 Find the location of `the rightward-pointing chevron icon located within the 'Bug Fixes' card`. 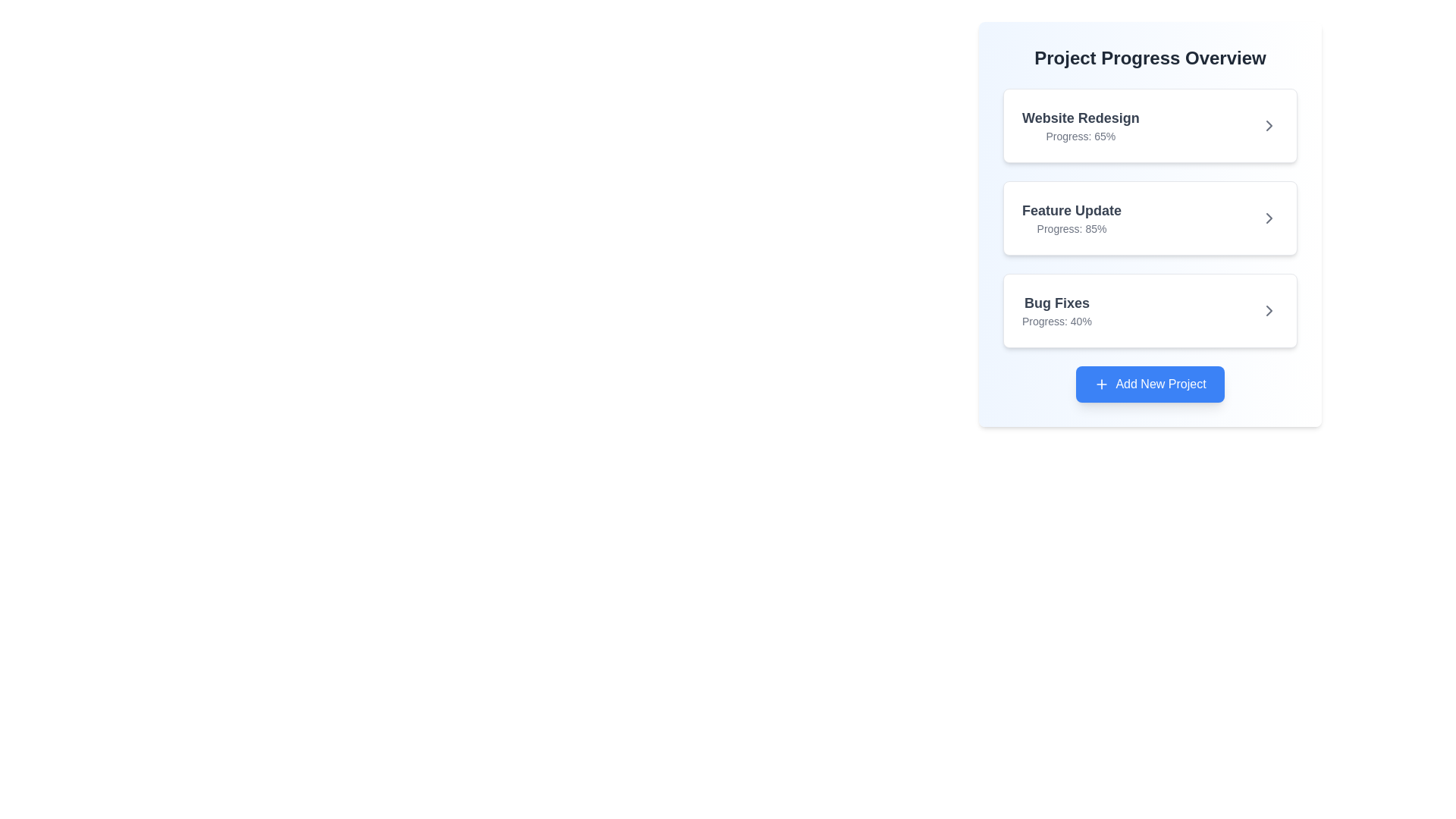

the rightward-pointing chevron icon located within the 'Bug Fixes' card is located at coordinates (1269, 309).